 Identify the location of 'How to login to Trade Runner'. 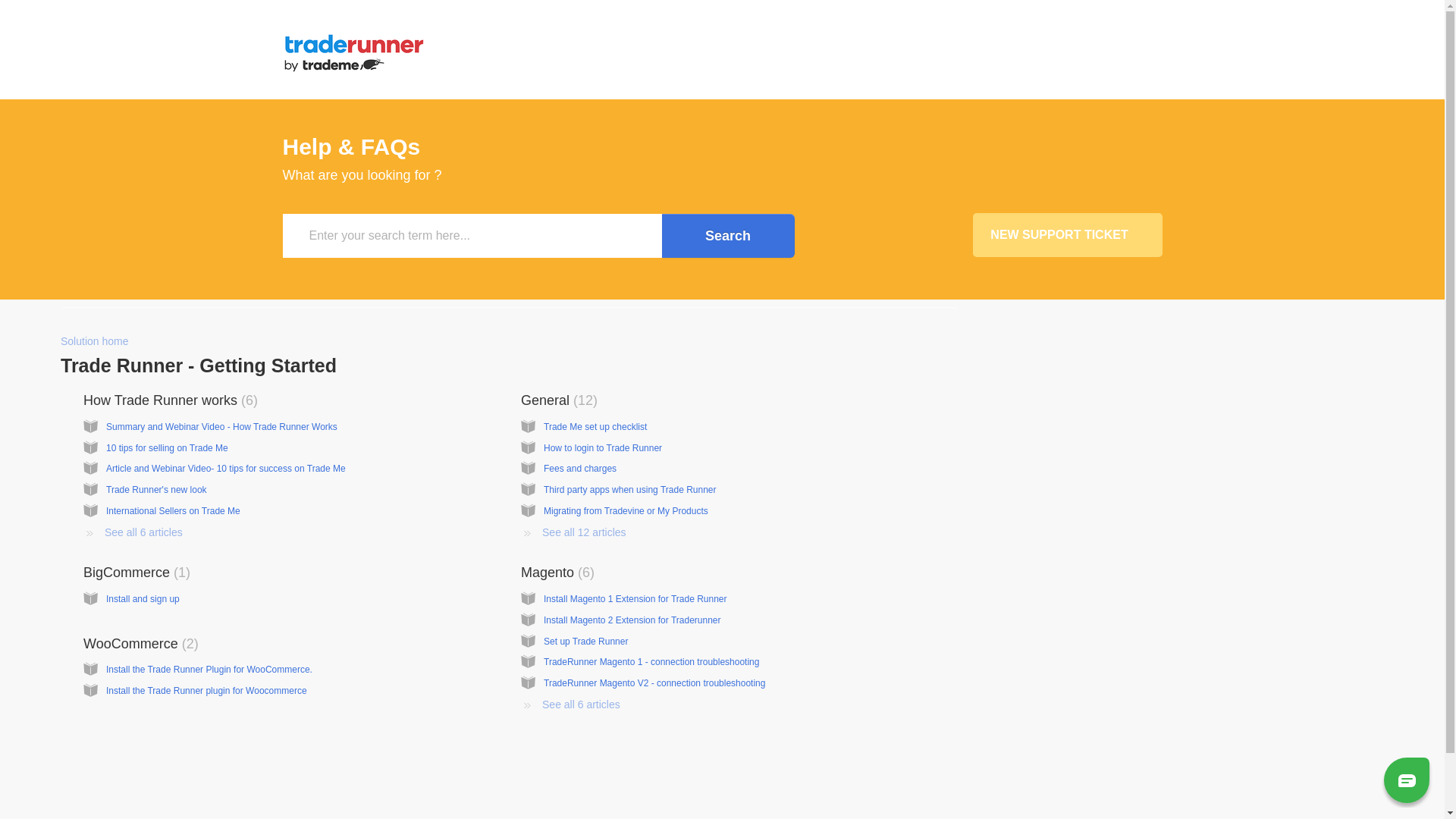
(602, 447).